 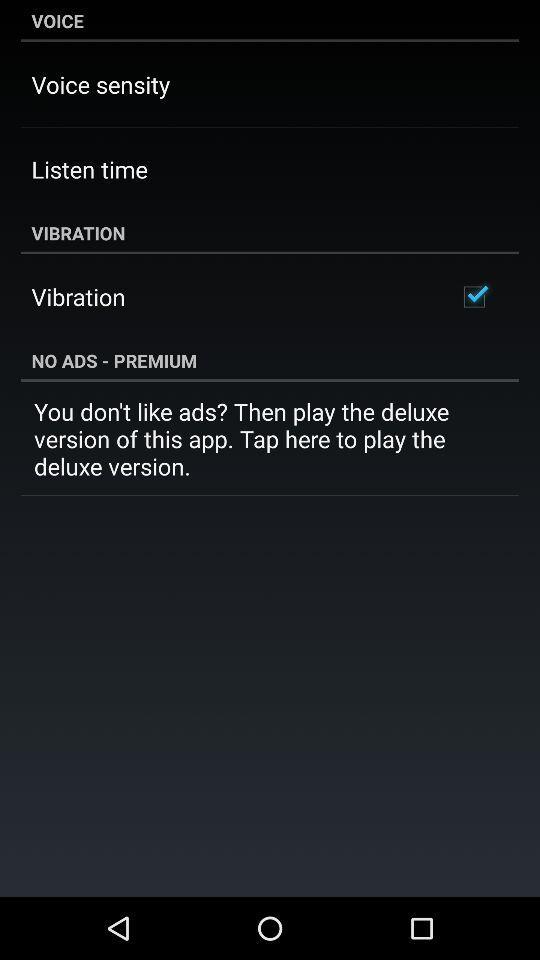 I want to click on voice sensity item, so click(x=99, y=84).